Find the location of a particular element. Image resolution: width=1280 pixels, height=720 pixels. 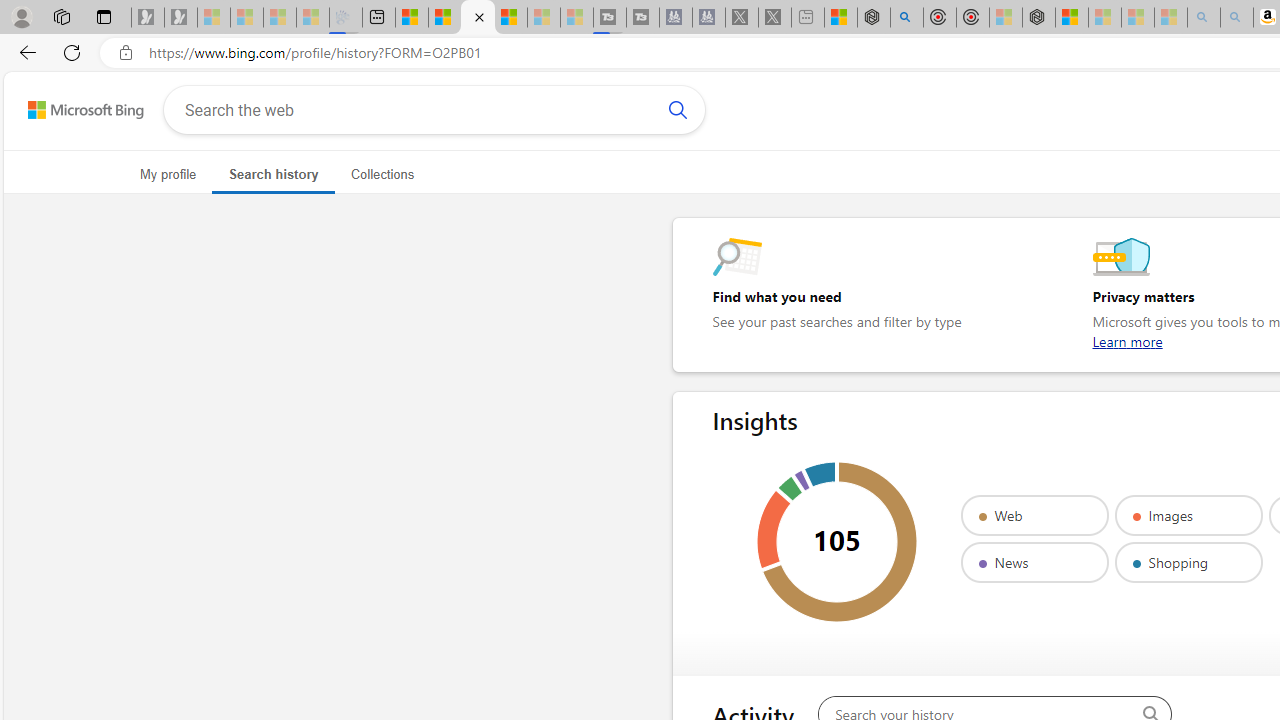

'Shopping' is located at coordinates (1188, 562).